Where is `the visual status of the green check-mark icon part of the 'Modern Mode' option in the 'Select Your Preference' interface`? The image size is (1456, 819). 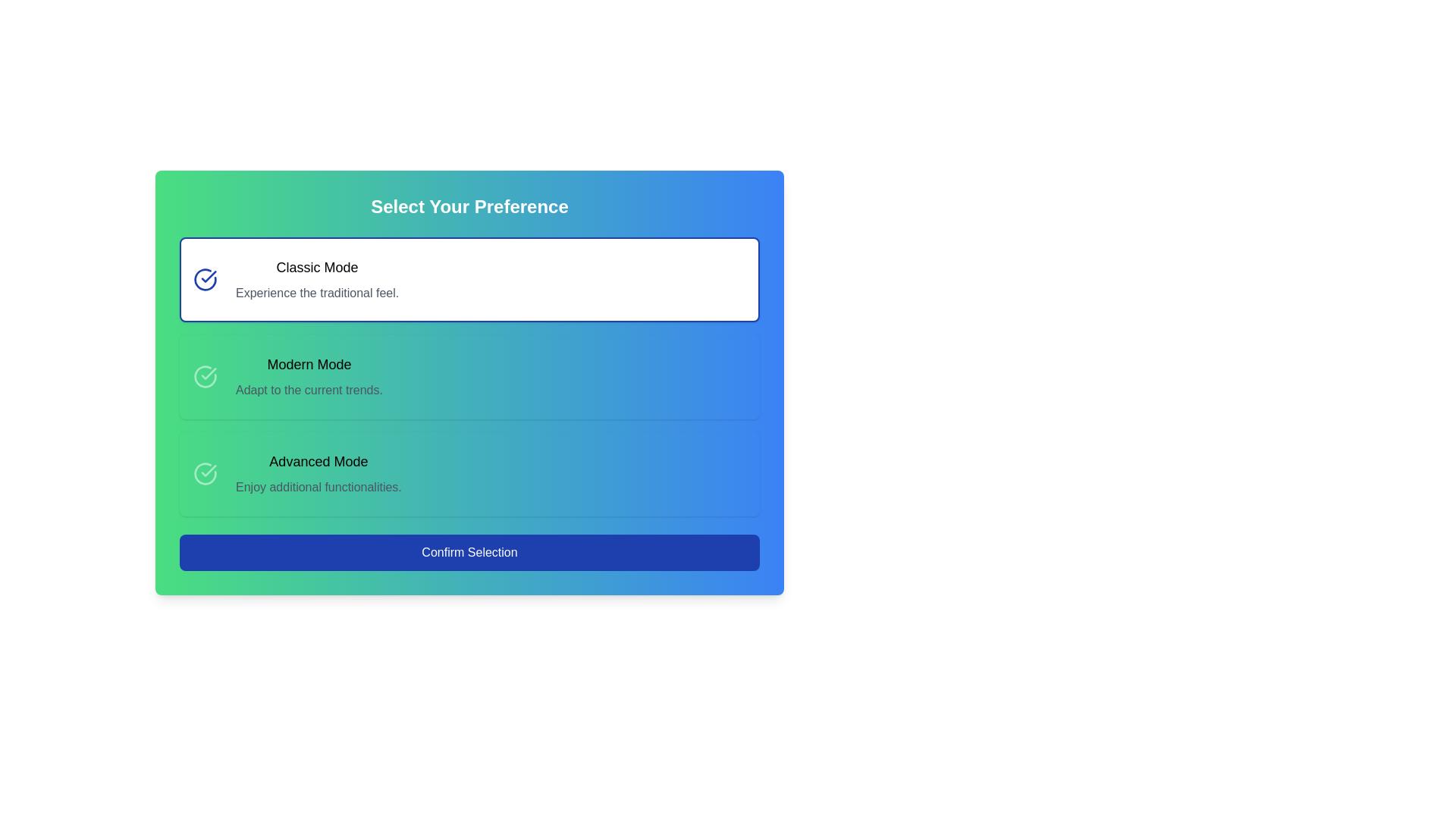 the visual status of the green check-mark icon part of the 'Modern Mode' option in the 'Select Your Preference' interface is located at coordinates (204, 376).